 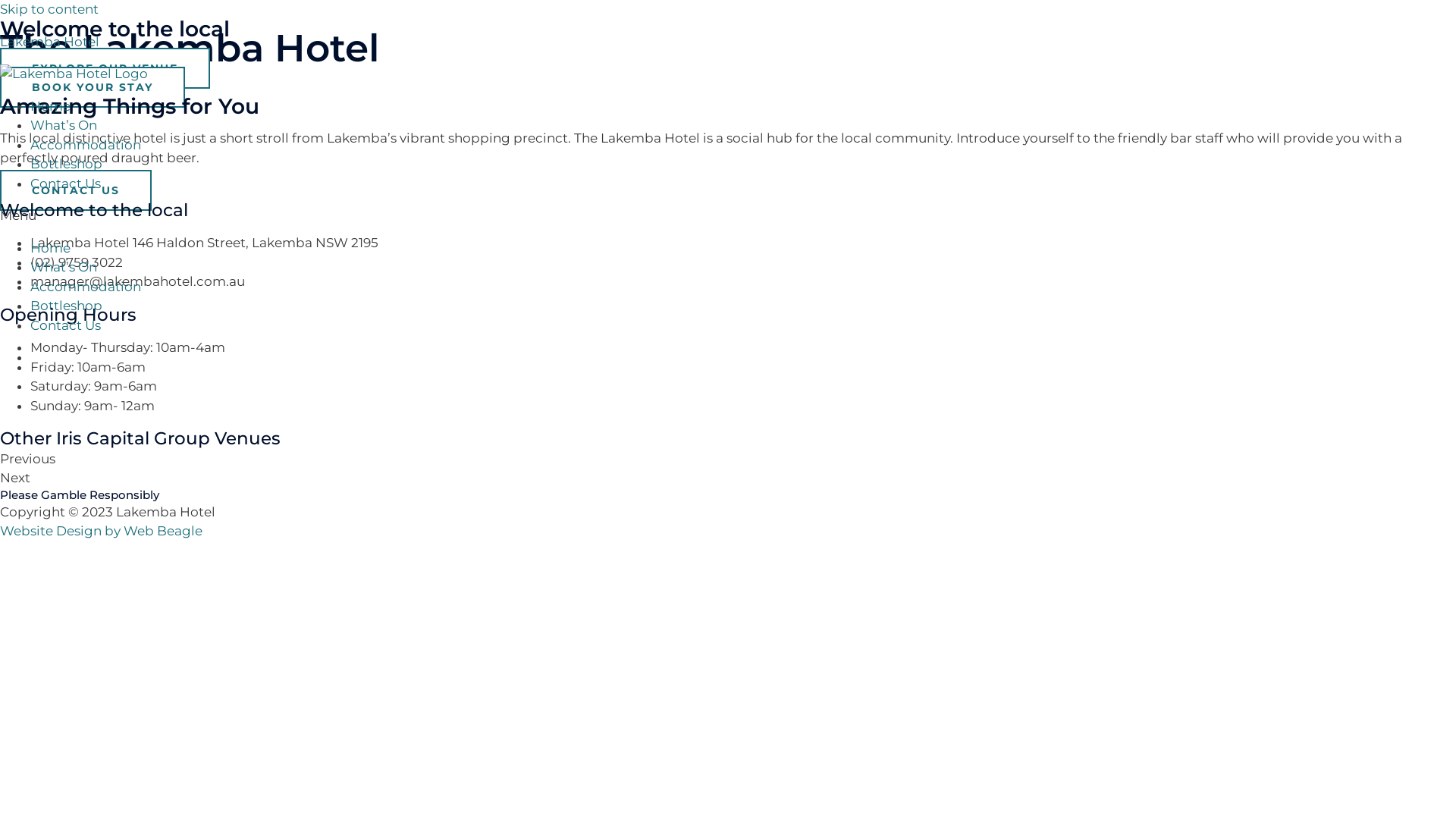 I want to click on 'Accommodation', so click(x=85, y=143).